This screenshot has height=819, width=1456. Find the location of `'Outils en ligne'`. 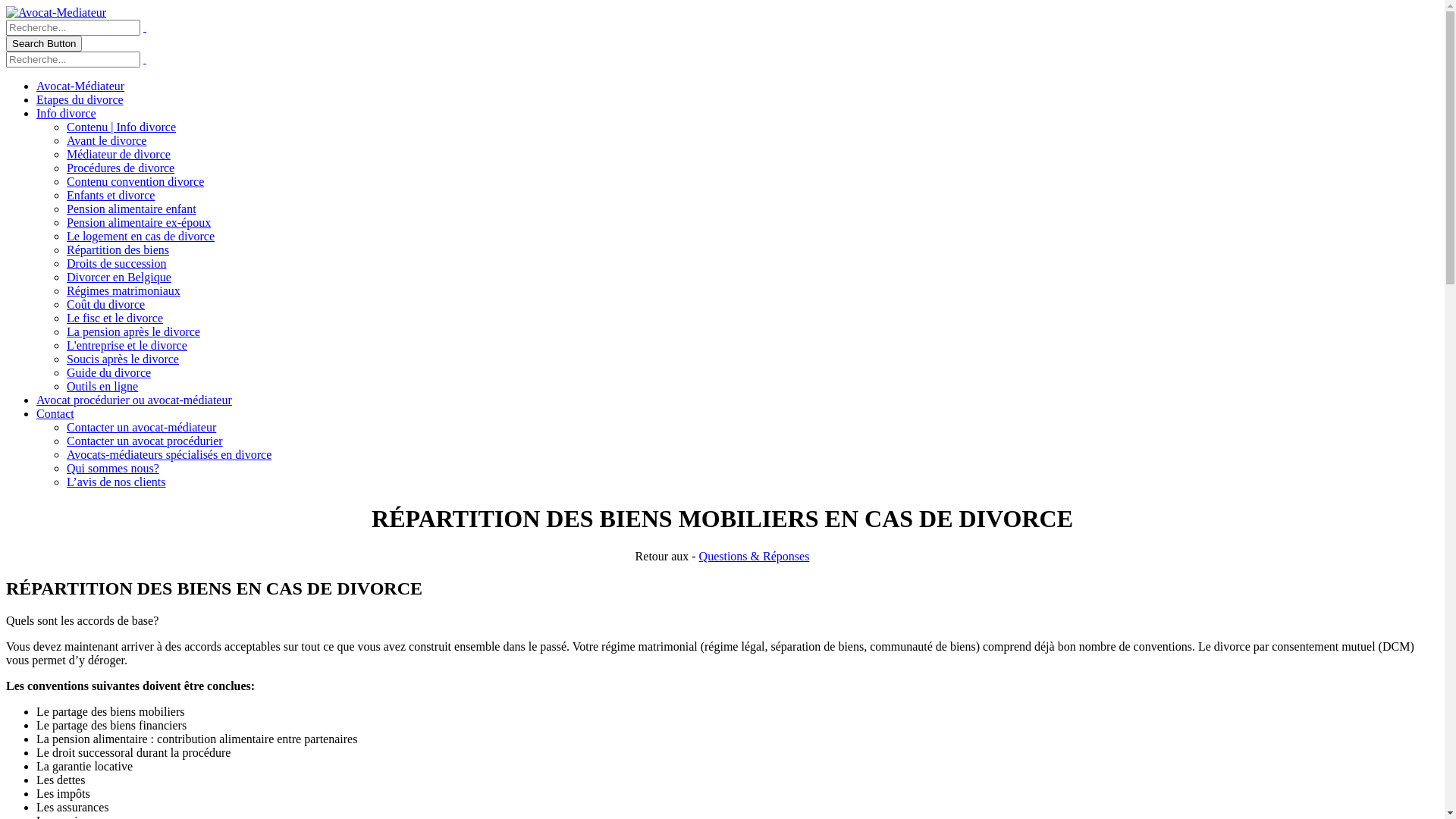

'Outils en ligne' is located at coordinates (101, 385).